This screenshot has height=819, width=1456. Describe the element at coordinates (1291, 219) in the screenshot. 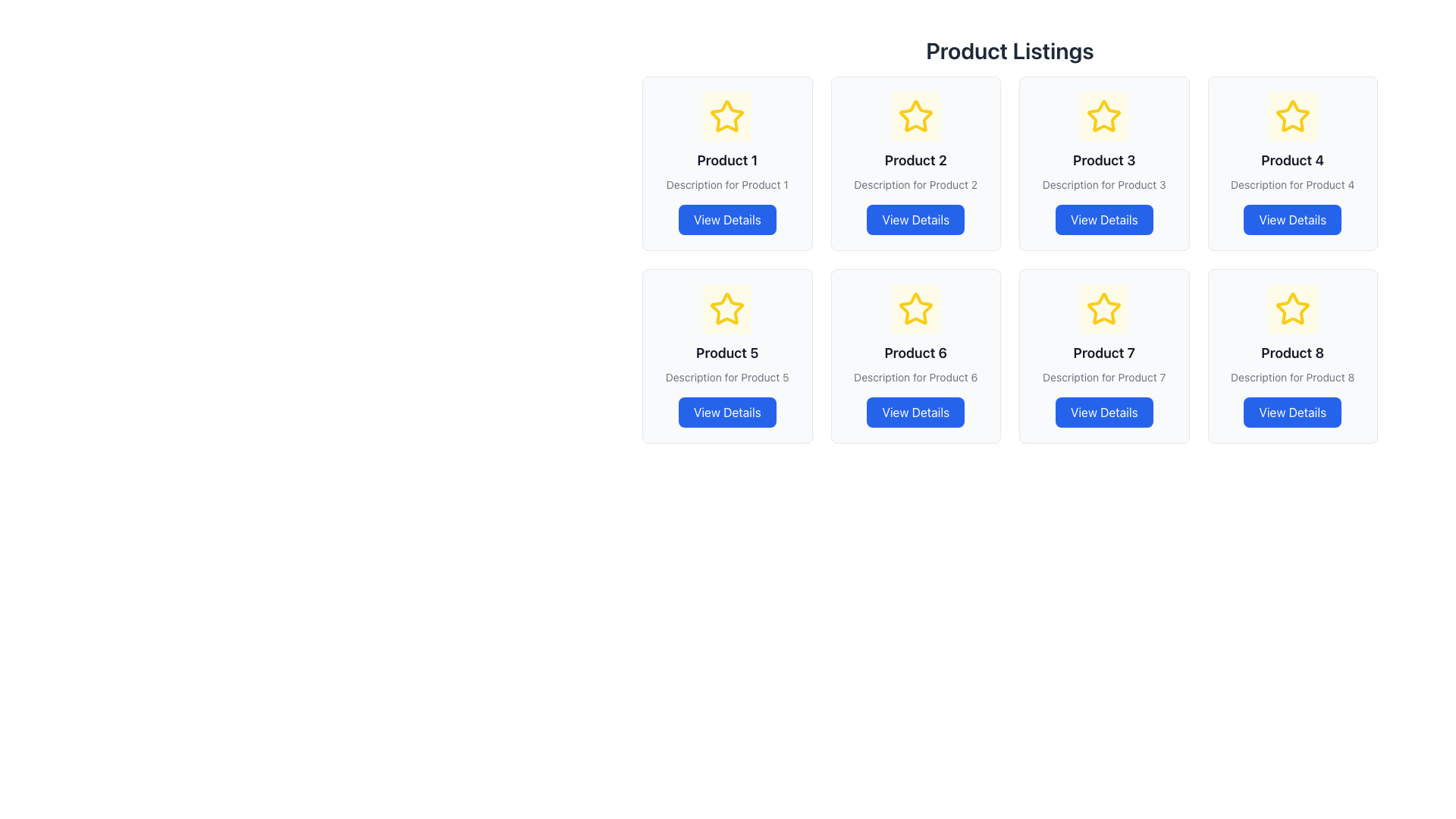

I see `the interactive button located below 'Description for Product 4'` at that location.